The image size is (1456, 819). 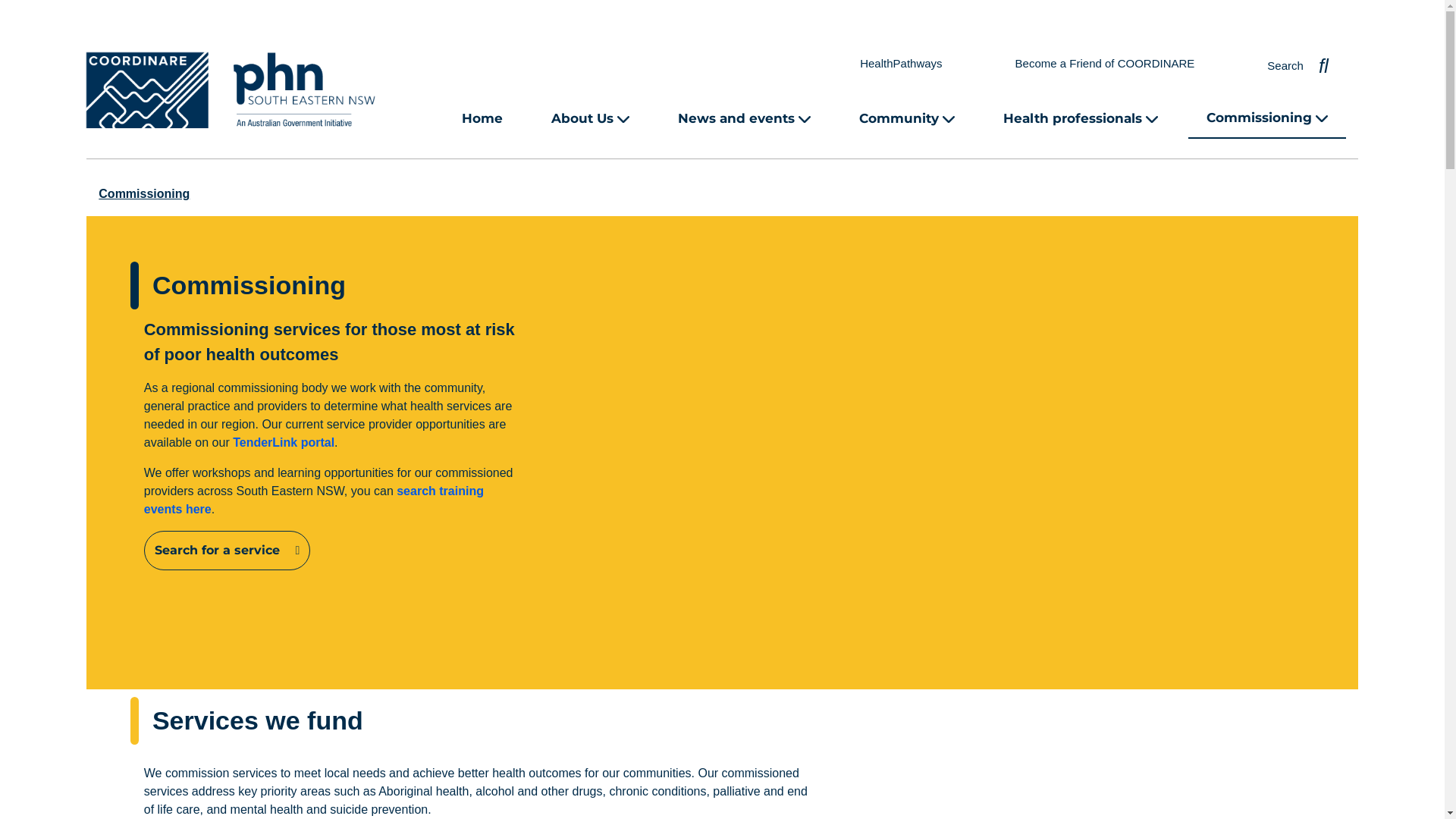 What do you see at coordinates (1297, 62) in the screenshot?
I see `'Search'` at bounding box center [1297, 62].